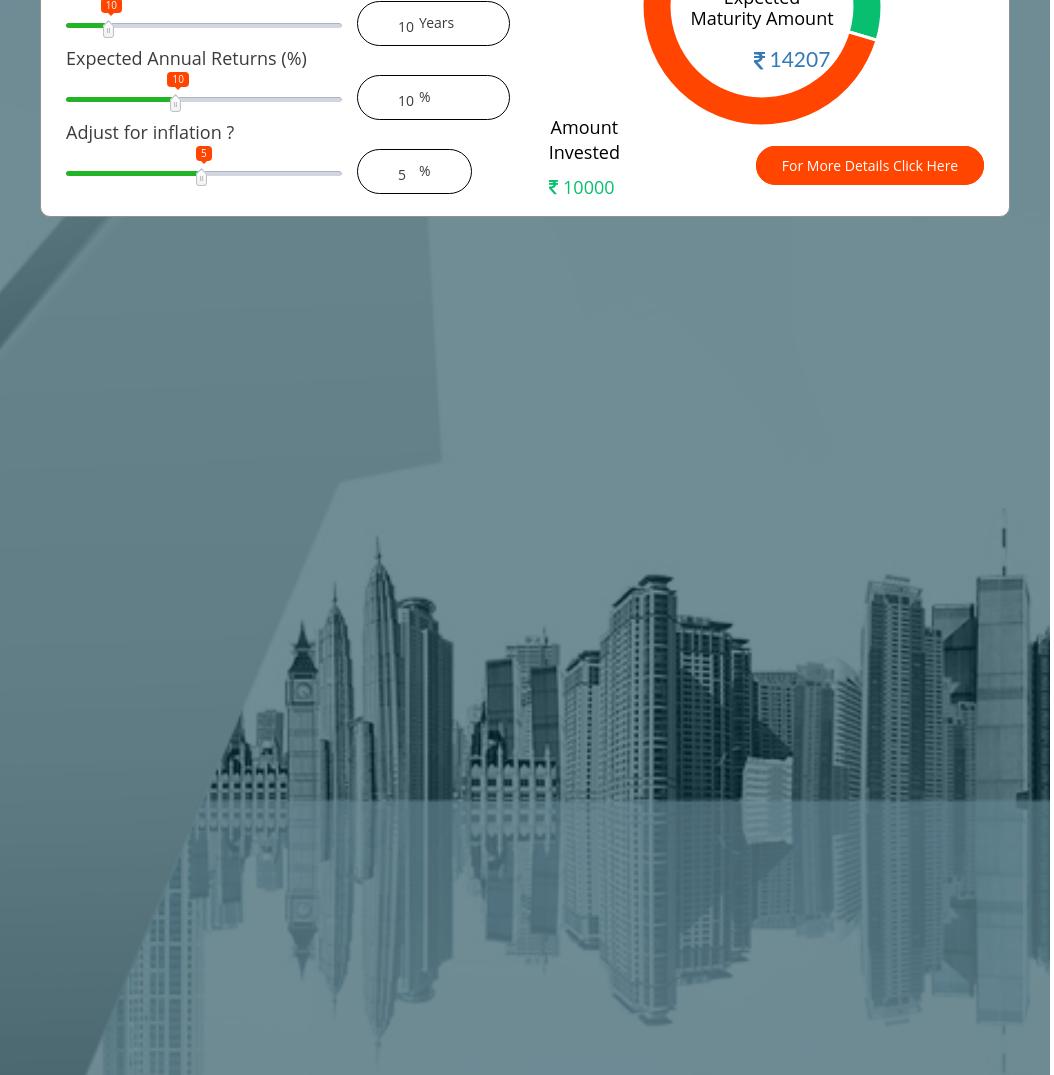  Describe the element at coordinates (781, 164) in the screenshot. I see `'For More Details Click Here'` at that location.